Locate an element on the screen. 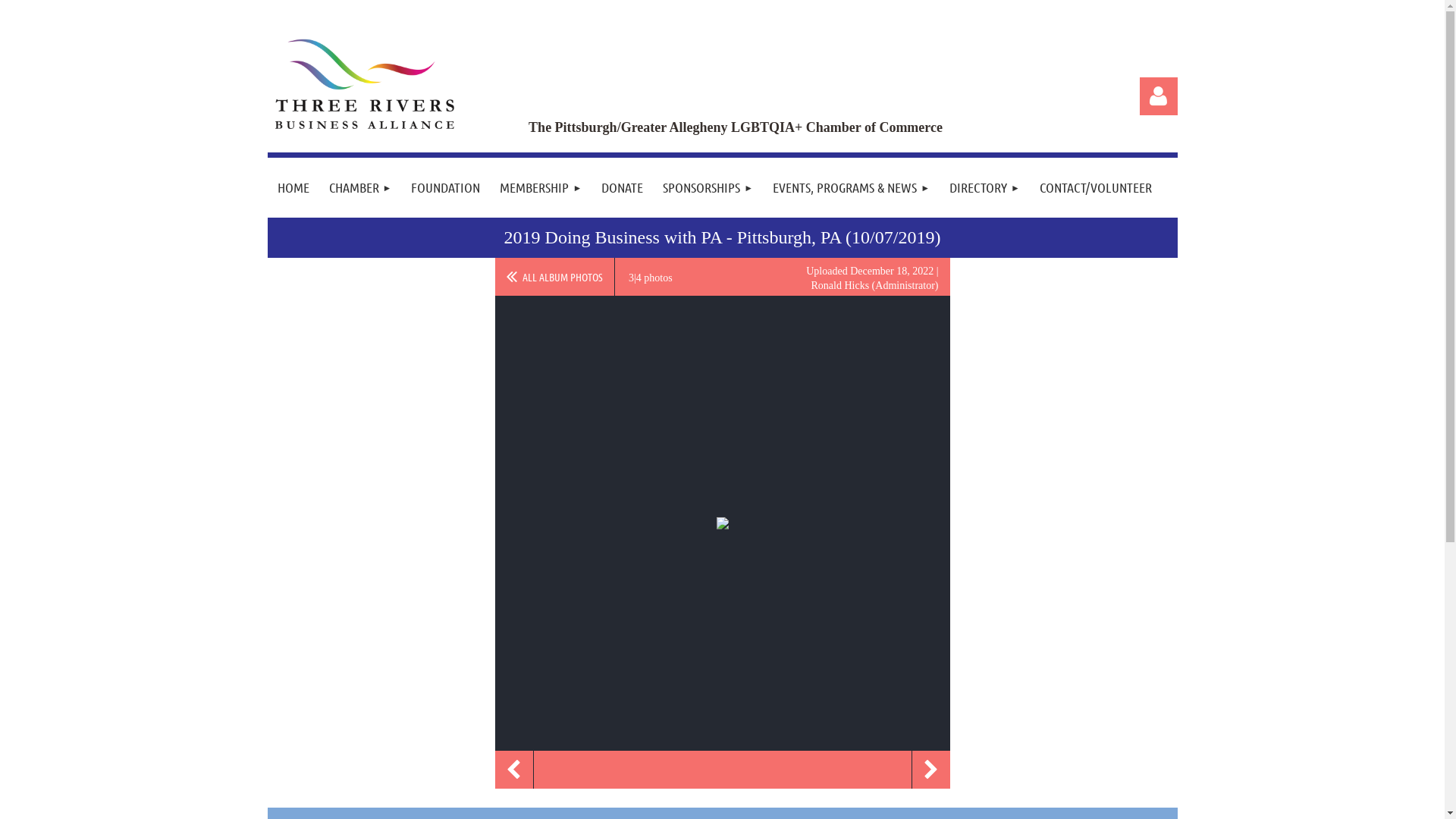 This screenshot has height=819, width=1456. 'DIRECTORY' is located at coordinates (984, 187).